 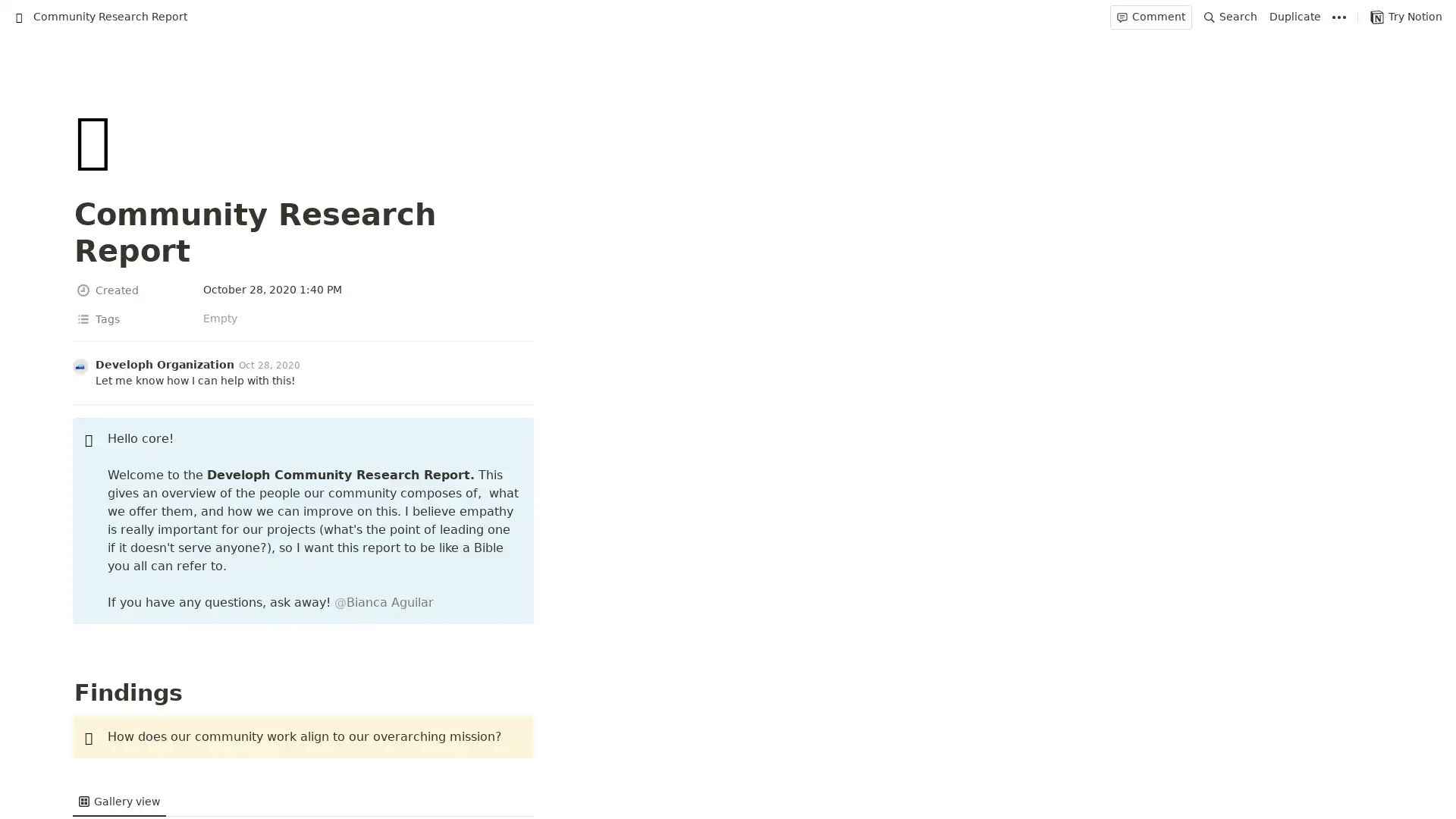 What do you see at coordinates (789, 283) in the screenshot?
I see `Empty` at bounding box center [789, 283].